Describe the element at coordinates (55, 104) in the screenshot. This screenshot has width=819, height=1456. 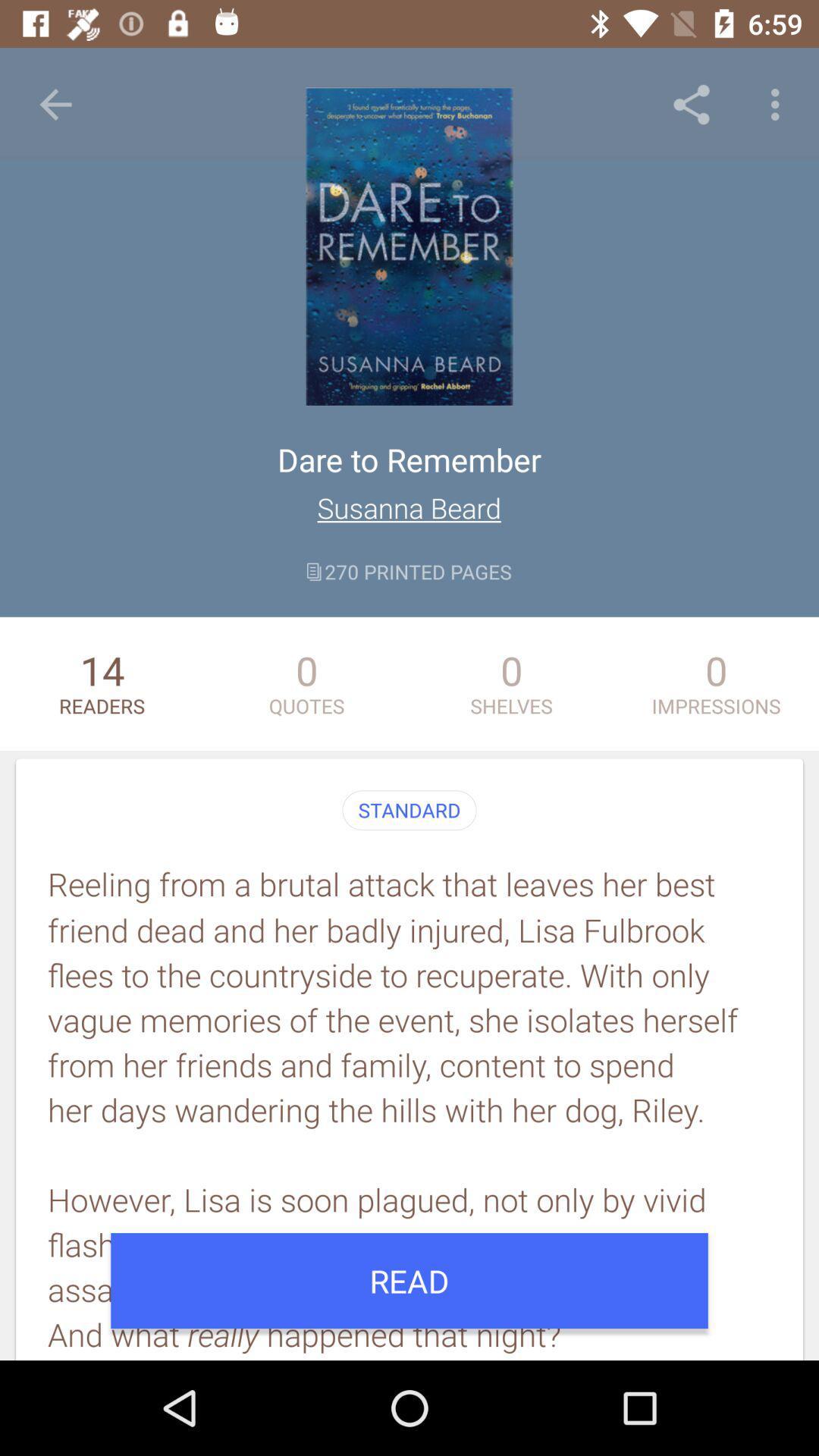
I see `the item above the dare to remember icon` at that location.